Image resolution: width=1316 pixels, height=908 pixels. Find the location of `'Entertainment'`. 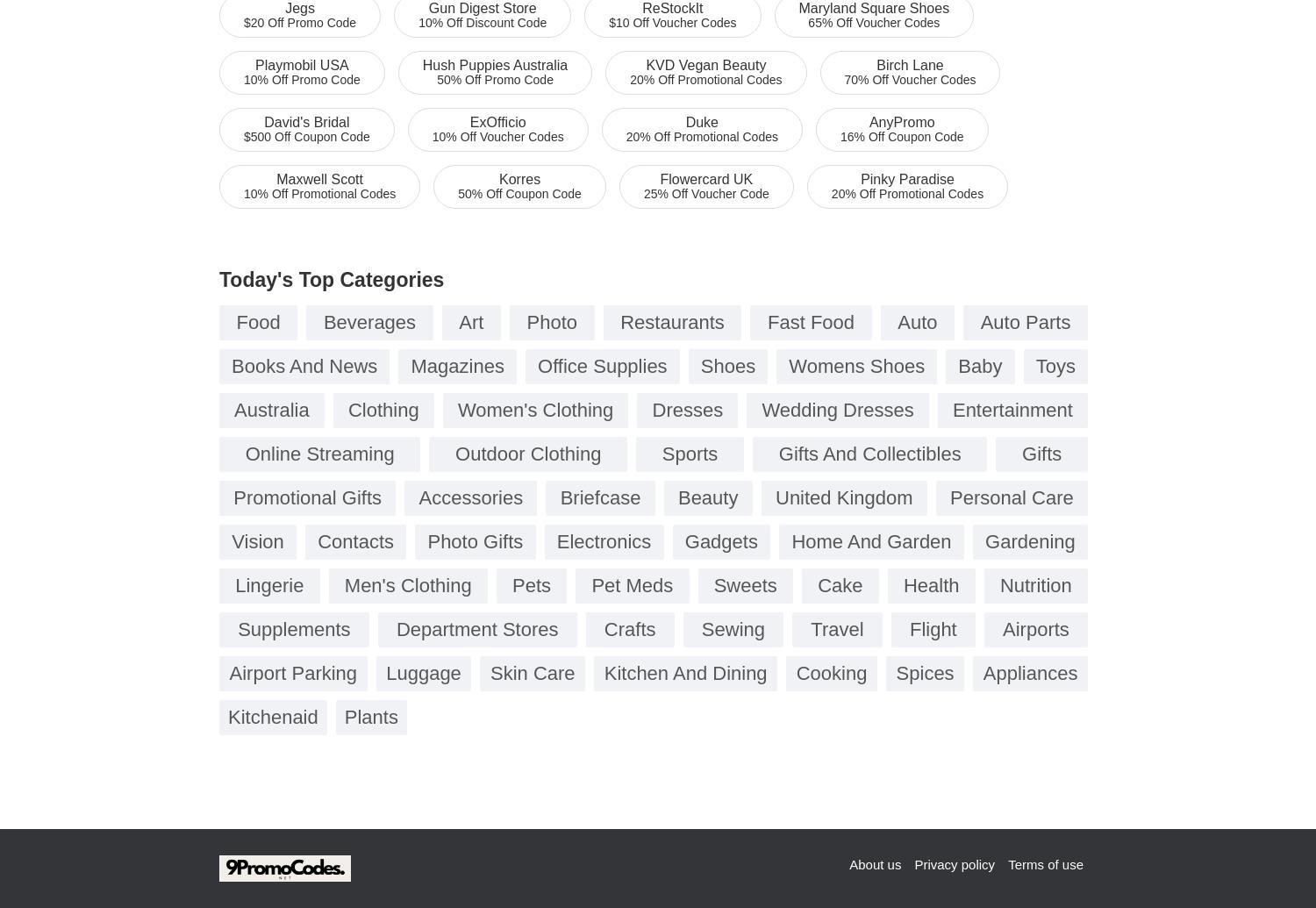

'Entertainment' is located at coordinates (1012, 410).